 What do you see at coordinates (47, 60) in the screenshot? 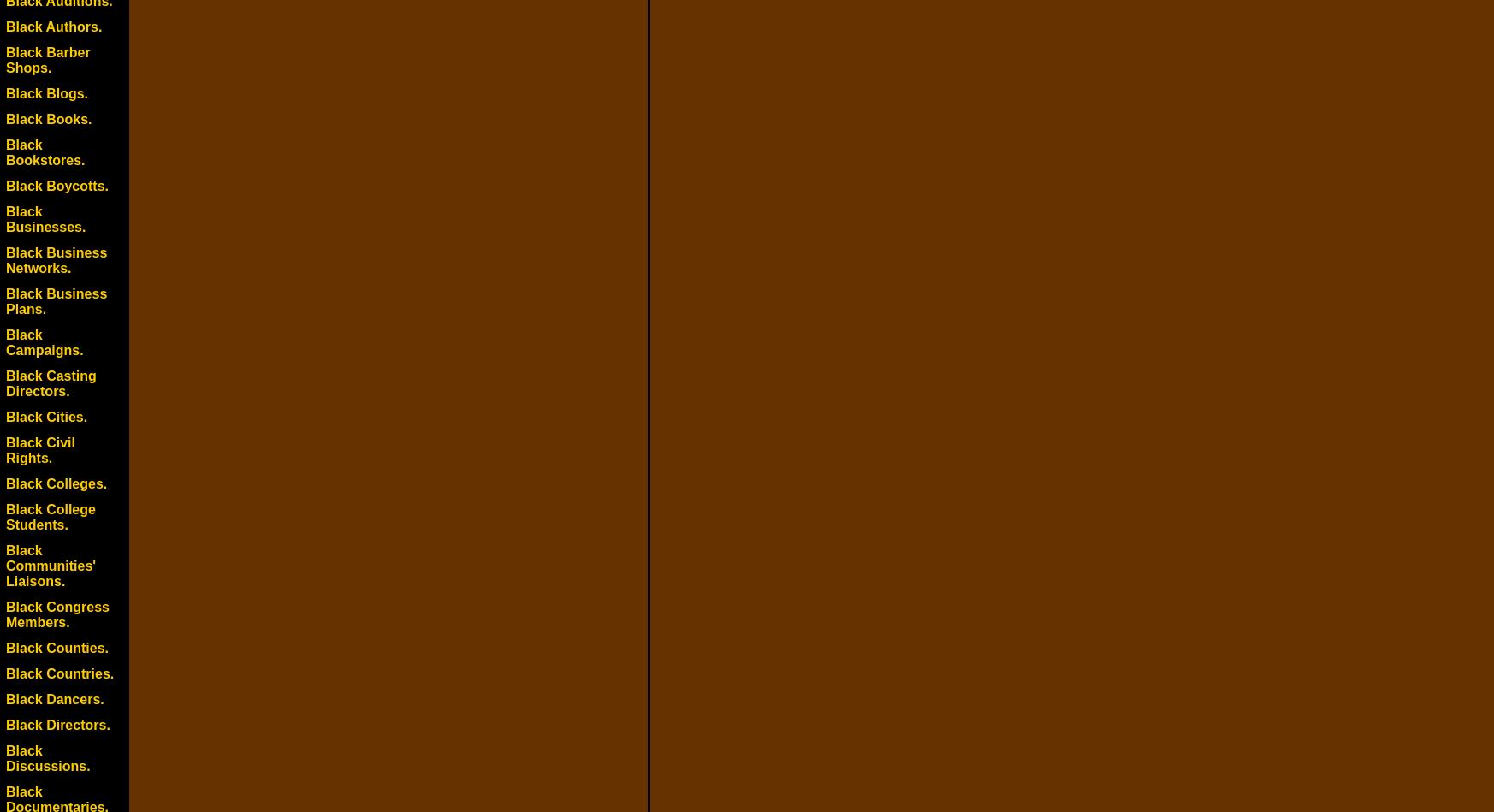
I see `'Black Barber Shops.'` at bounding box center [47, 60].